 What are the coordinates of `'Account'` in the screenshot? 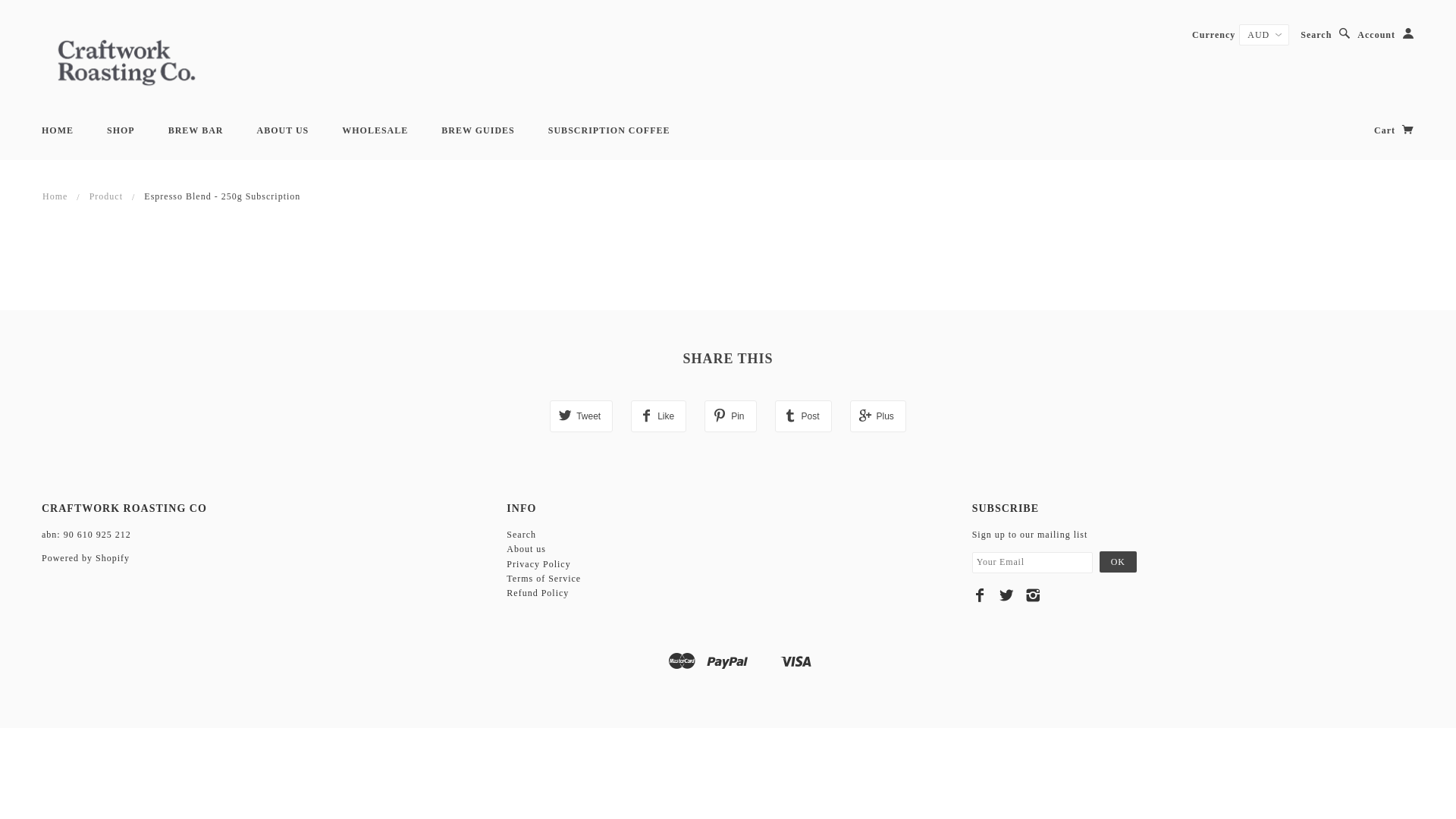 It's located at (1357, 34).